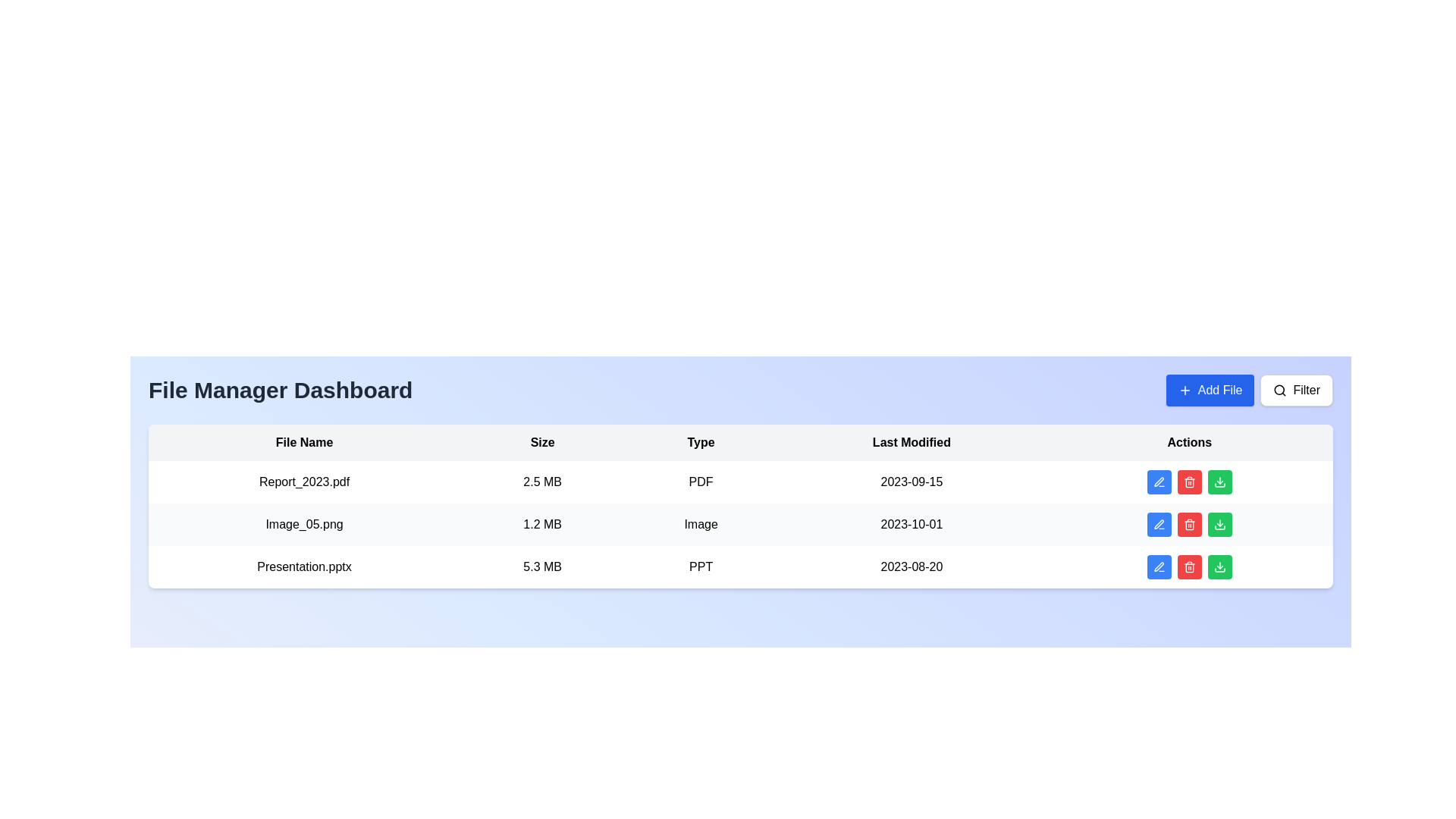 This screenshot has height=819, width=1456. I want to click on the 'Add File' button located in the top-right area of the interface, directly to the left of the 'Filter' button, so click(1210, 390).